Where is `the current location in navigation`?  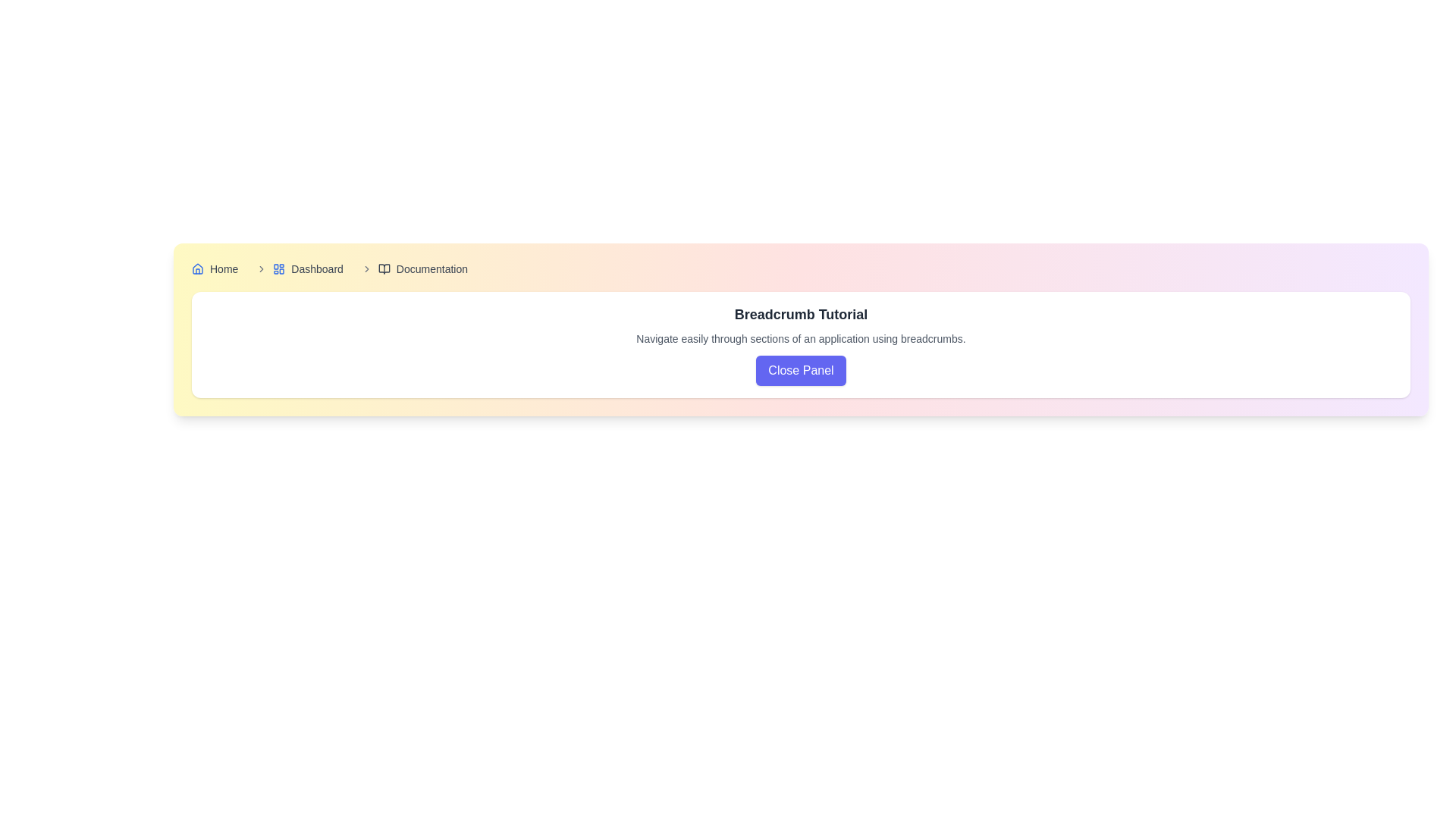 the current location in navigation is located at coordinates (431, 268).